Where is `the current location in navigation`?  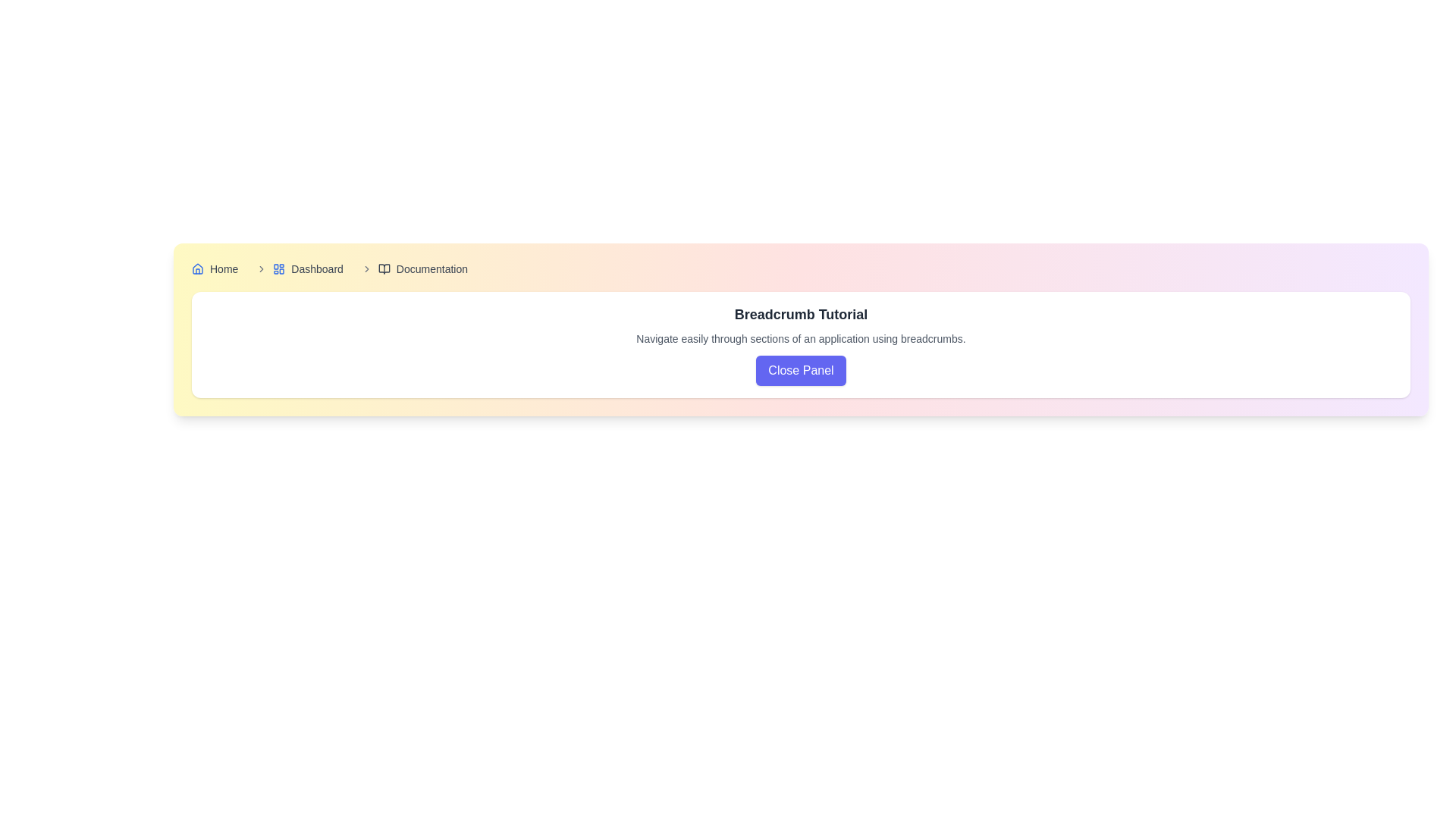 the current location in navigation is located at coordinates (431, 268).